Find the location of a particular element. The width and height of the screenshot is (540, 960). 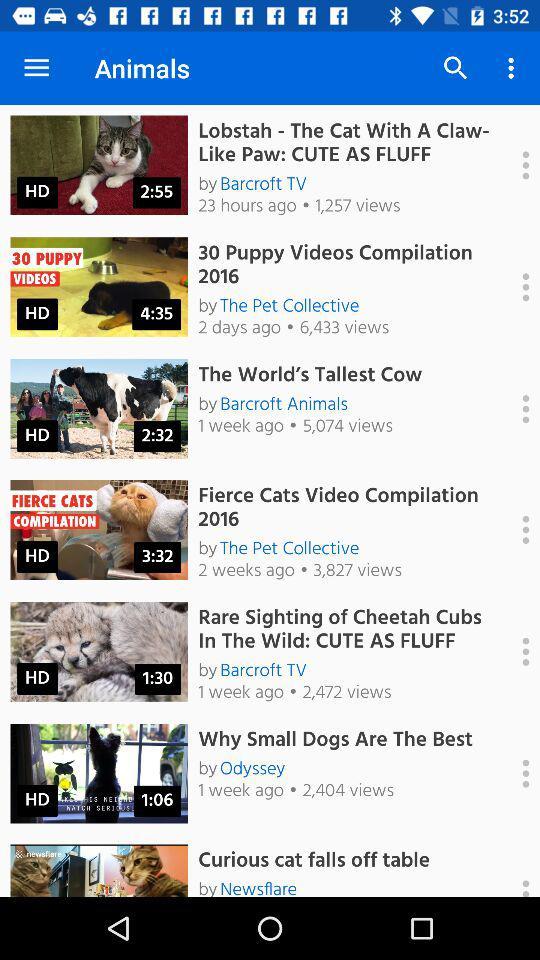

to play next is located at coordinates (515, 528).